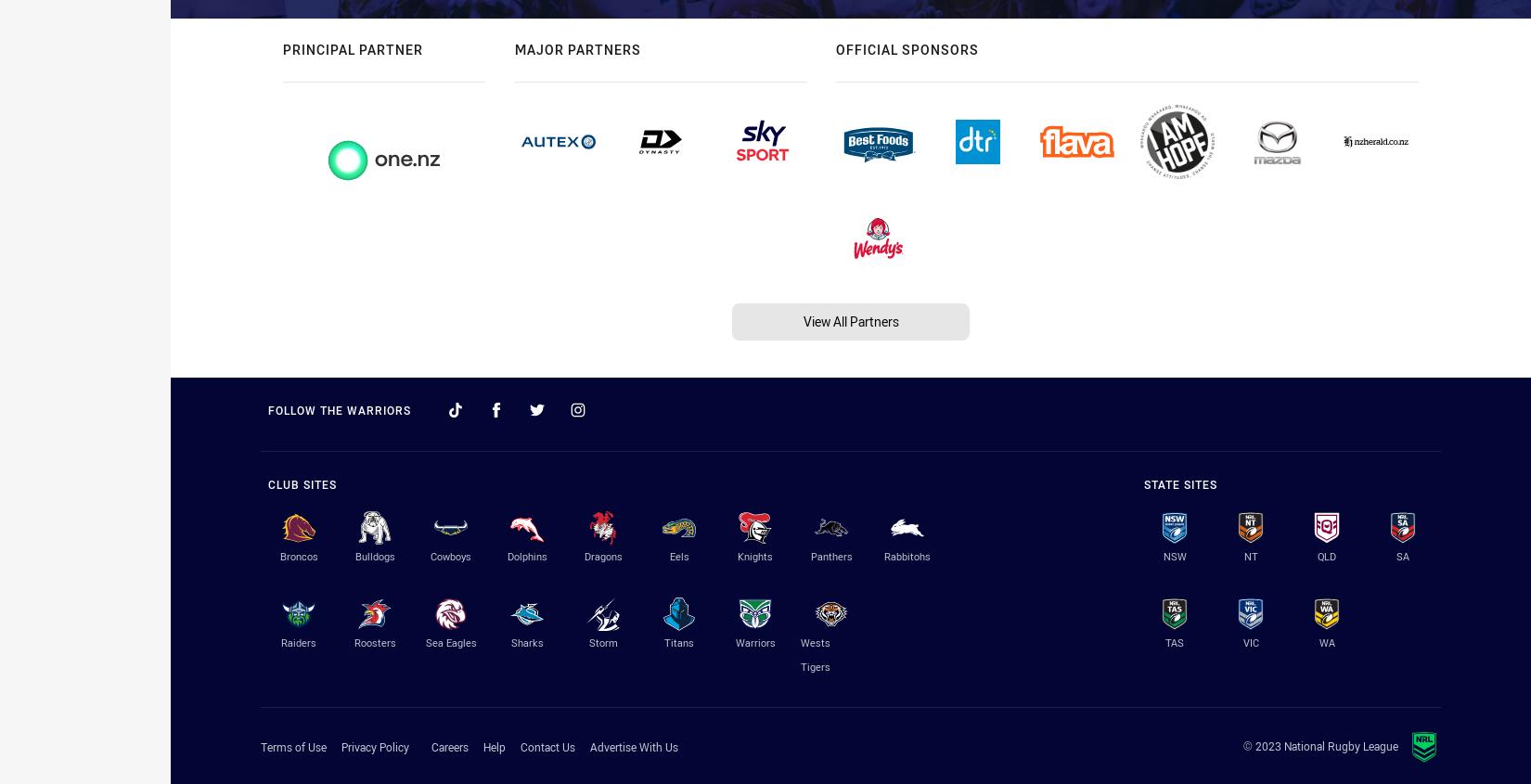 The image size is (1531, 784). I want to click on 'Club Sites', so click(302, 482).